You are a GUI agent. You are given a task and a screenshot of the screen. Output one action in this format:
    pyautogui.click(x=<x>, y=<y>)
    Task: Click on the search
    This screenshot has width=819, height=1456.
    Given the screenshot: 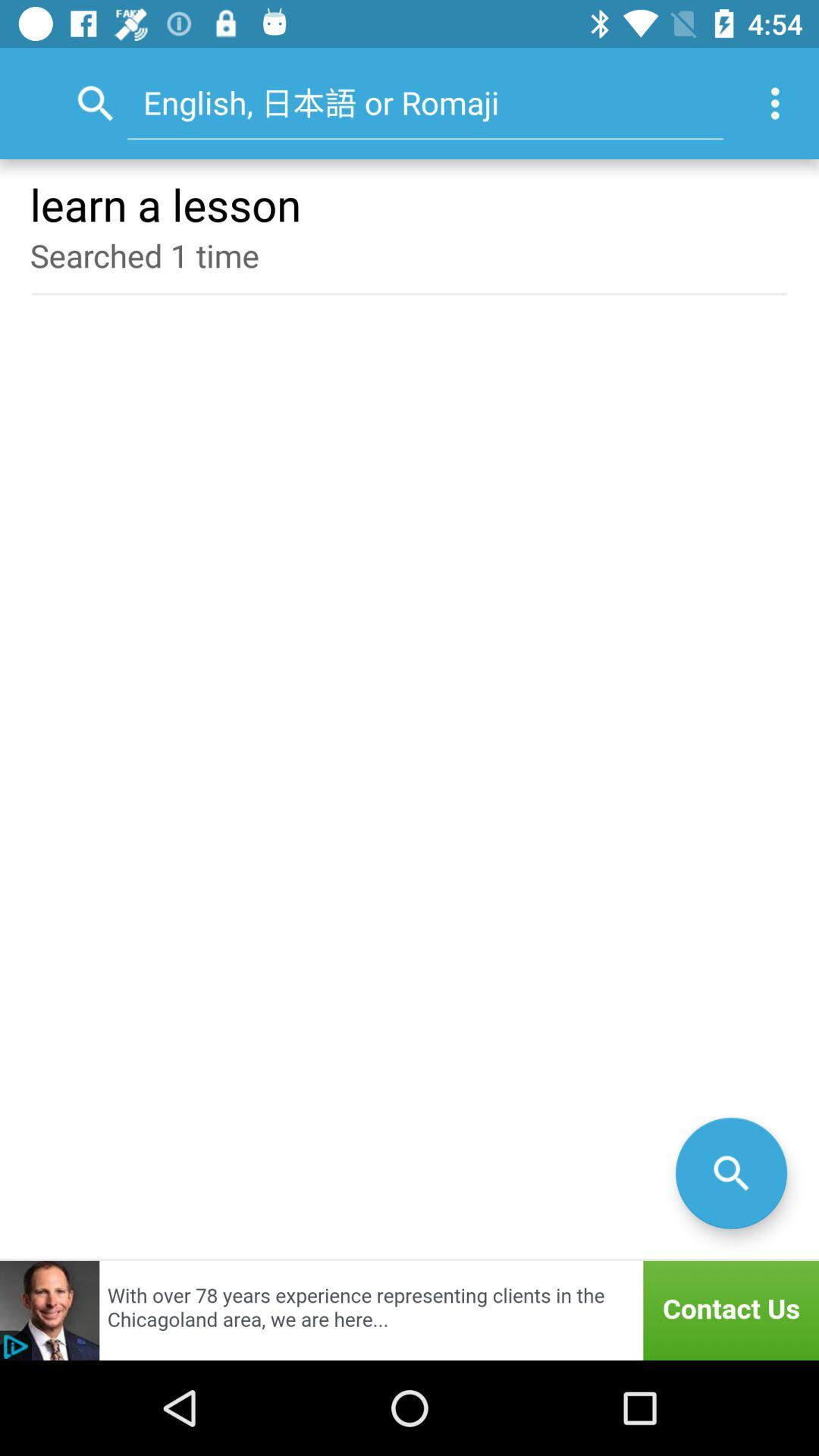 What is the action you would take?
    pyautogui.click(x=730, y=1172)
    